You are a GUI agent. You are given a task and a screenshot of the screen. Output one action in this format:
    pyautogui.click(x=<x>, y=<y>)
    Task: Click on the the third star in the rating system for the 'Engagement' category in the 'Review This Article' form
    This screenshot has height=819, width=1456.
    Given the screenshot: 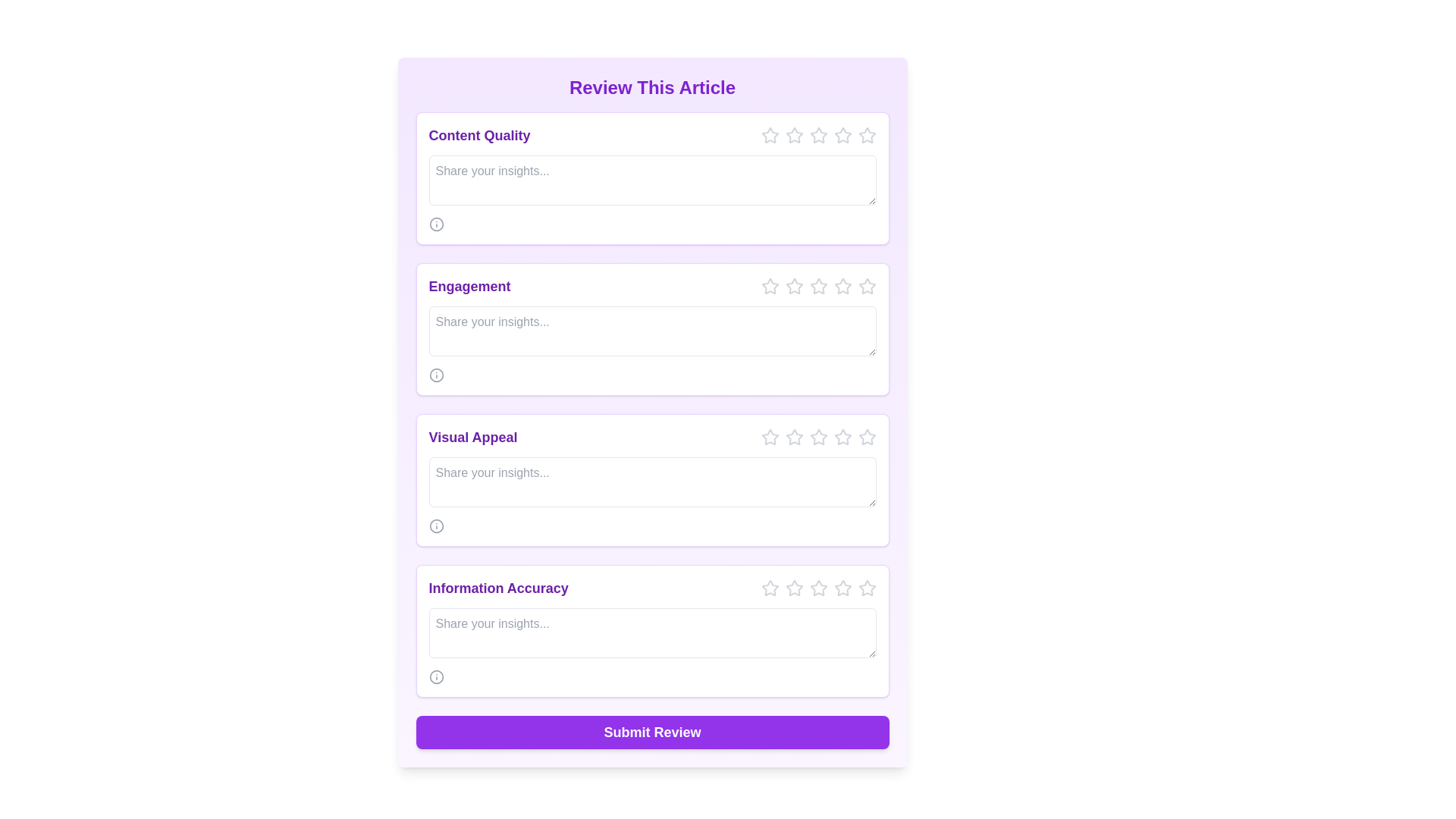 What is the action you would take?
    pyautogui.click(x=817, y=287)
    